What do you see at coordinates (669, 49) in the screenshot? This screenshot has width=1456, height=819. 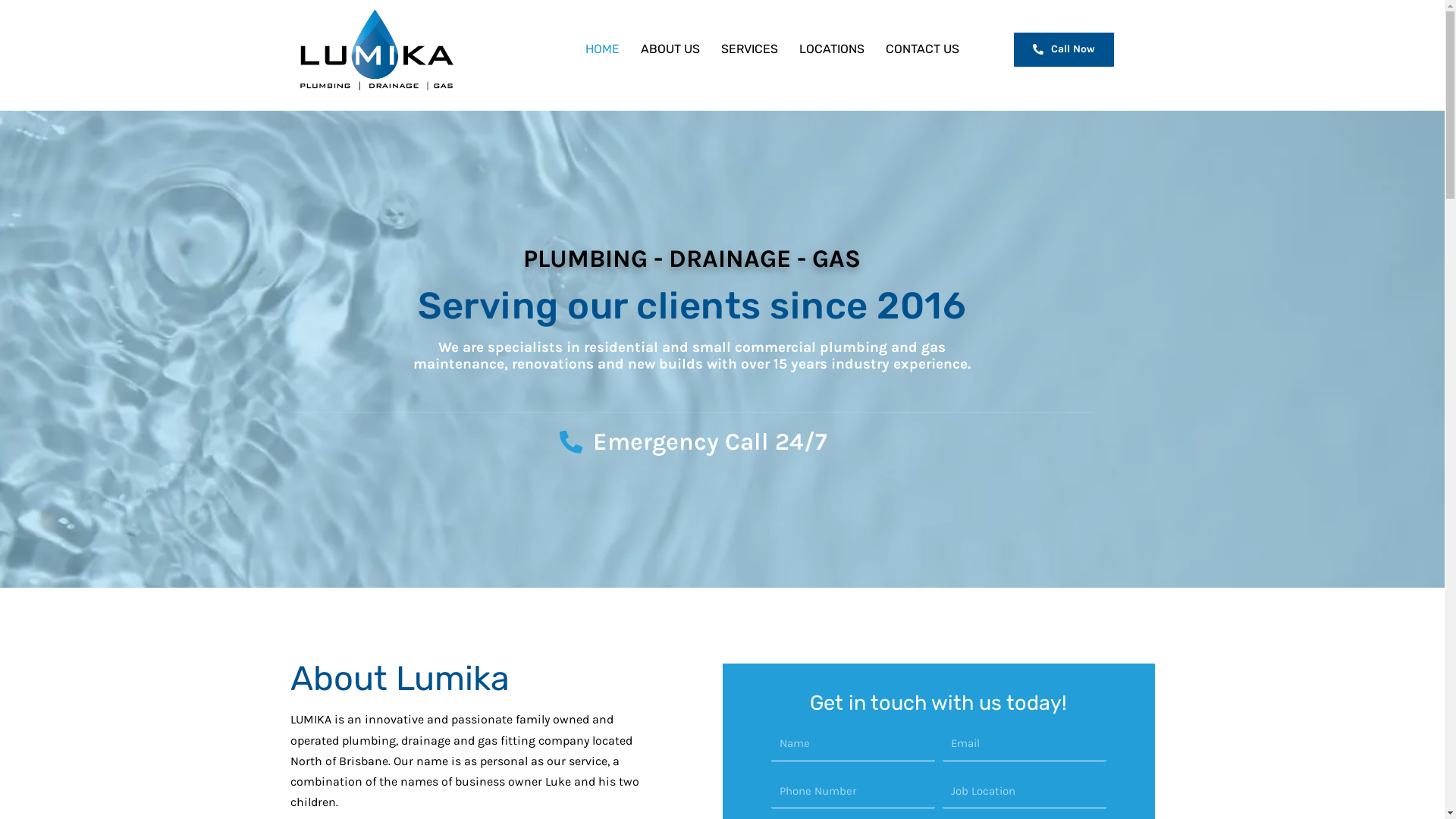 I see `'ABOUT US'` at bounding box center [669, 49].